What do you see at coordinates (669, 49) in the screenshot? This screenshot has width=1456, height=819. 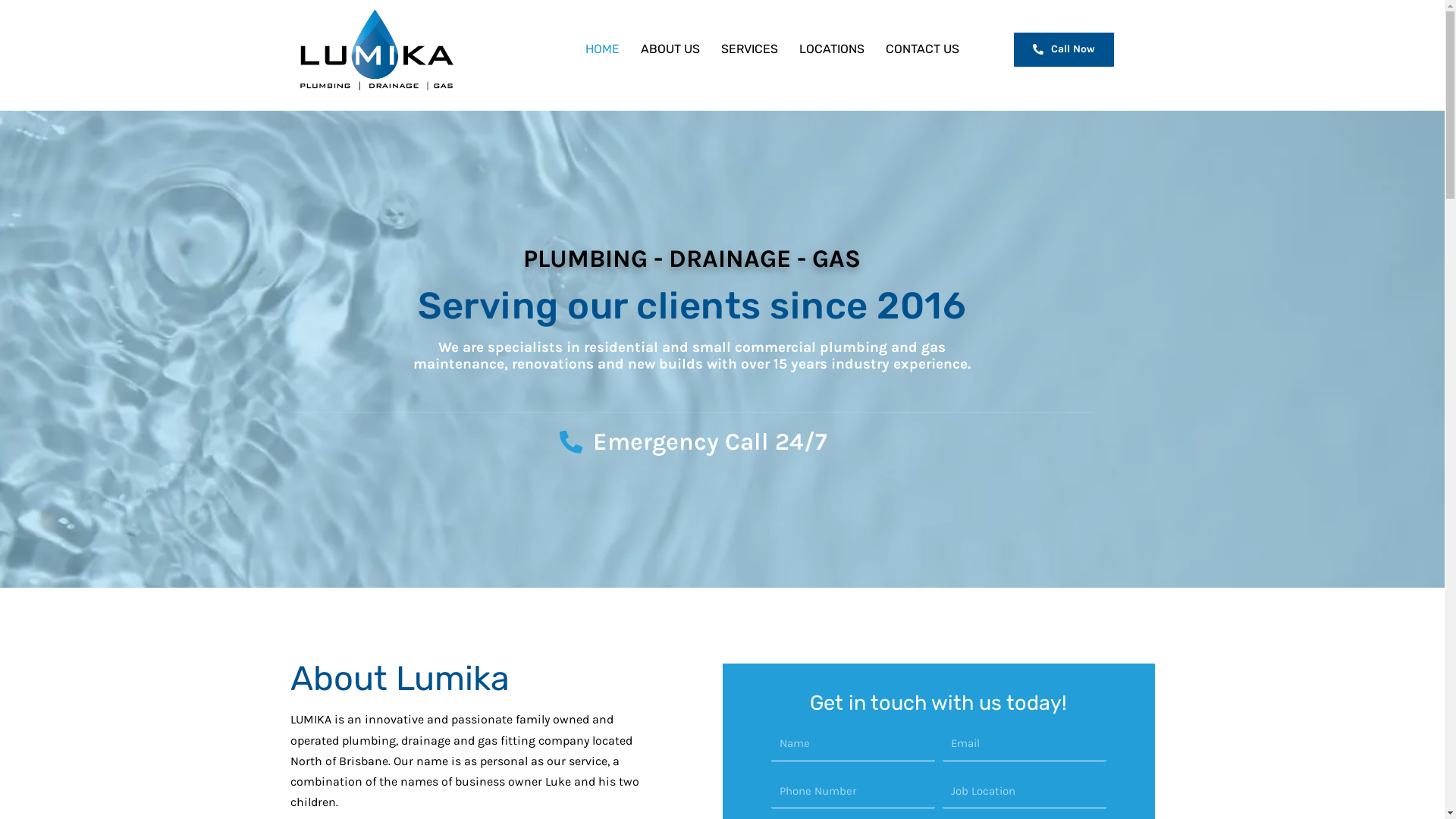 I see `'ABOUT US'` at bounding box center [669, 49].